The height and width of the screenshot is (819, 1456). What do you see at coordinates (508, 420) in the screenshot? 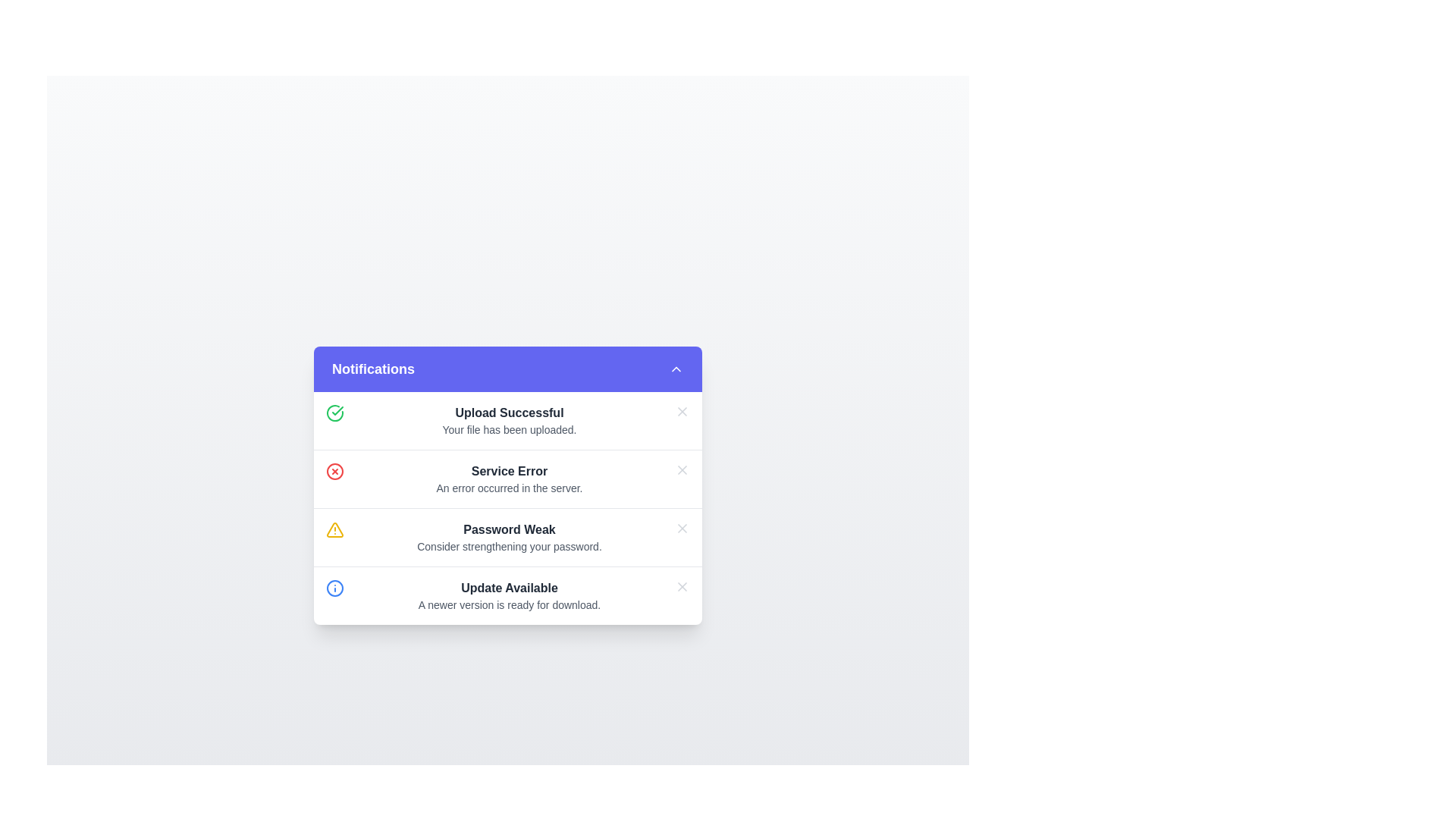
I see `the first notification in the list, which has a white background, a green checkmark icon on the left, and bold text reading 'Upload Successful'` at bounding box center [508, 420].